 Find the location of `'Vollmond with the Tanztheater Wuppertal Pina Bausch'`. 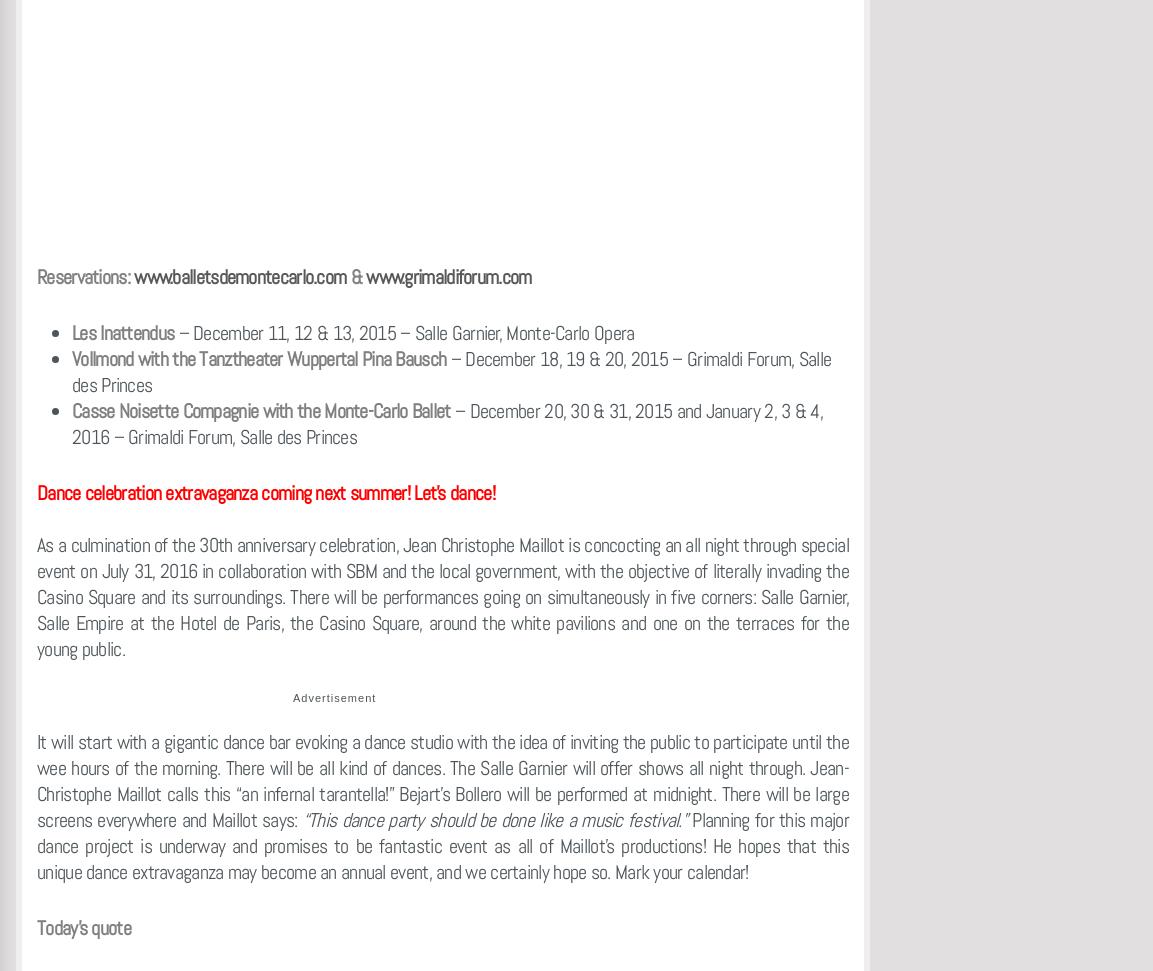

'Vollmond with the Tanztheater Wuppertal Pina Bausch' is located at coordinates (70, 358).